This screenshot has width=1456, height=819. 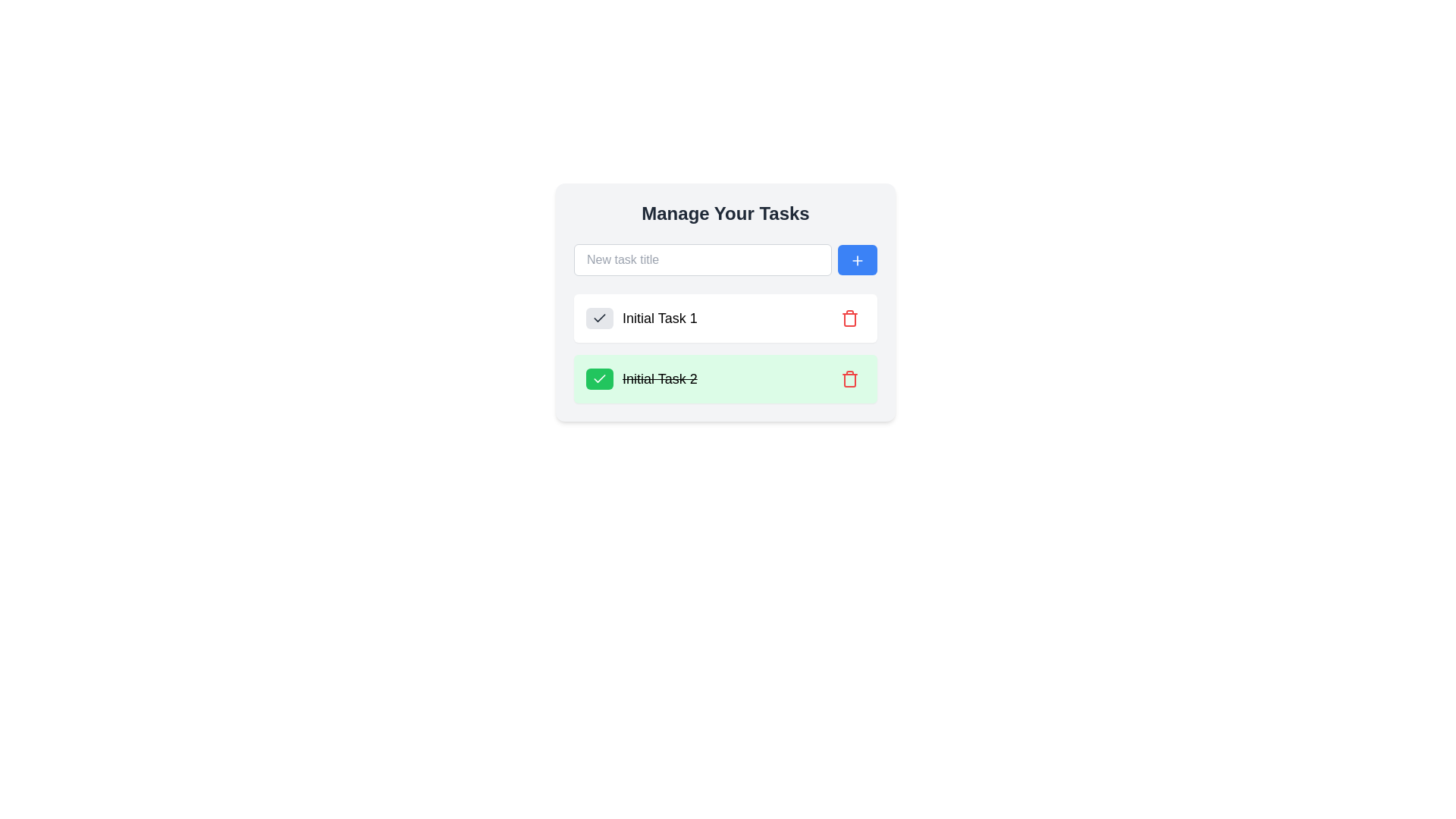 What do you see at coordinates (642, 318) in the screenshot?
I see `the static text label that serves as the title of the task, located in the 'Manage Your Tasks' section next to the checkbox icon` at bounding box center [642, 318].